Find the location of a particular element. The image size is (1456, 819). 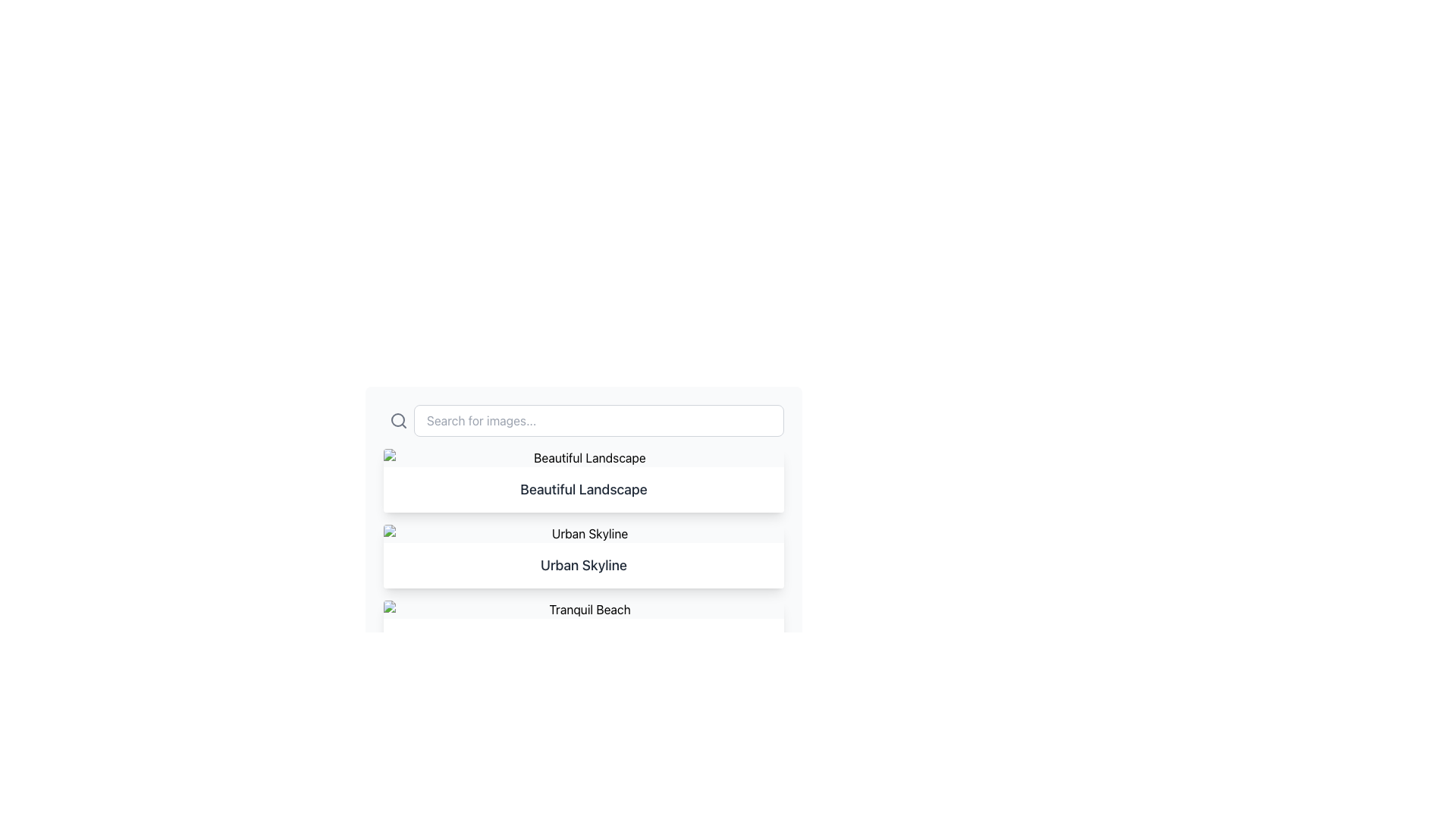

on the List Item Title for 'Beautiful Landscape' is located at coordinates (582, 500).